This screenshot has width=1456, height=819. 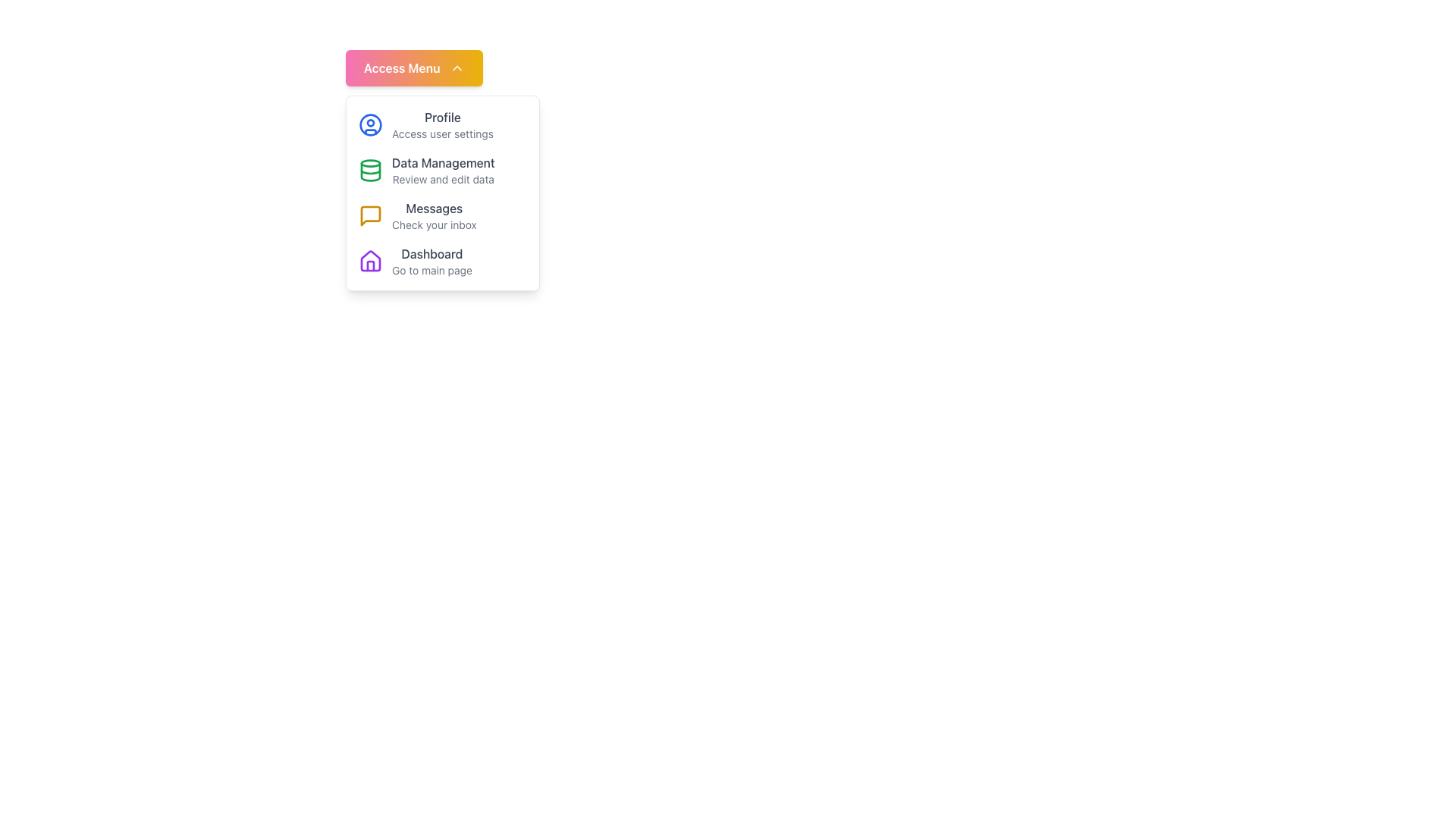 I want to click on text content of the 'Data Management' label, which is styled in a medium-weight gray font and is the first line of text in the menu options, so click(x=442, y=163).